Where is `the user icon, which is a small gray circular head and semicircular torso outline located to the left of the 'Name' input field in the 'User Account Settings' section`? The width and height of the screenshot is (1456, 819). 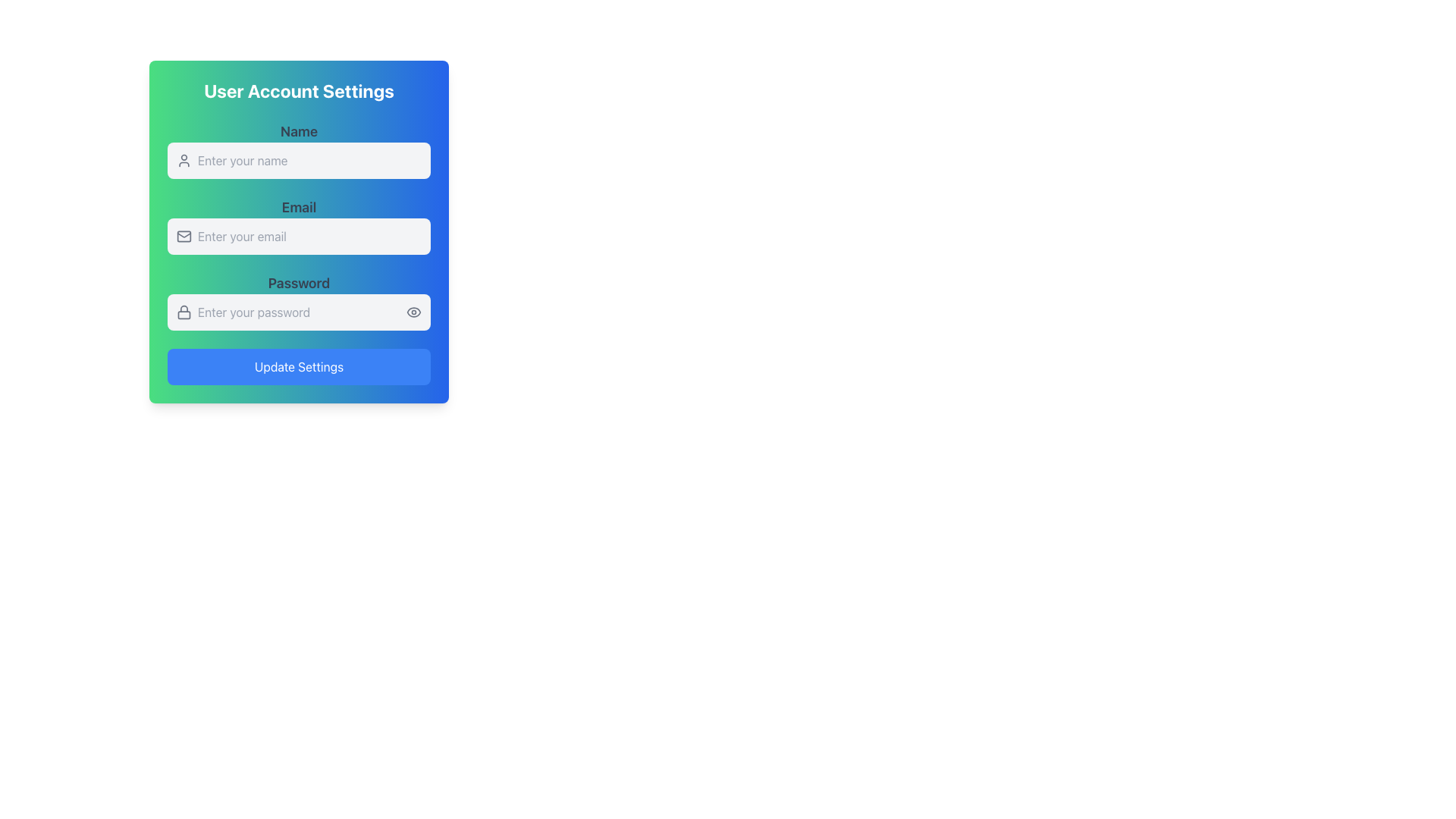 the user icon, which is a small gray circular head and semicircular torso outline located to the left of the 'Name' input field in the 'User Account Settings' section is located at coordinates (184, 161).